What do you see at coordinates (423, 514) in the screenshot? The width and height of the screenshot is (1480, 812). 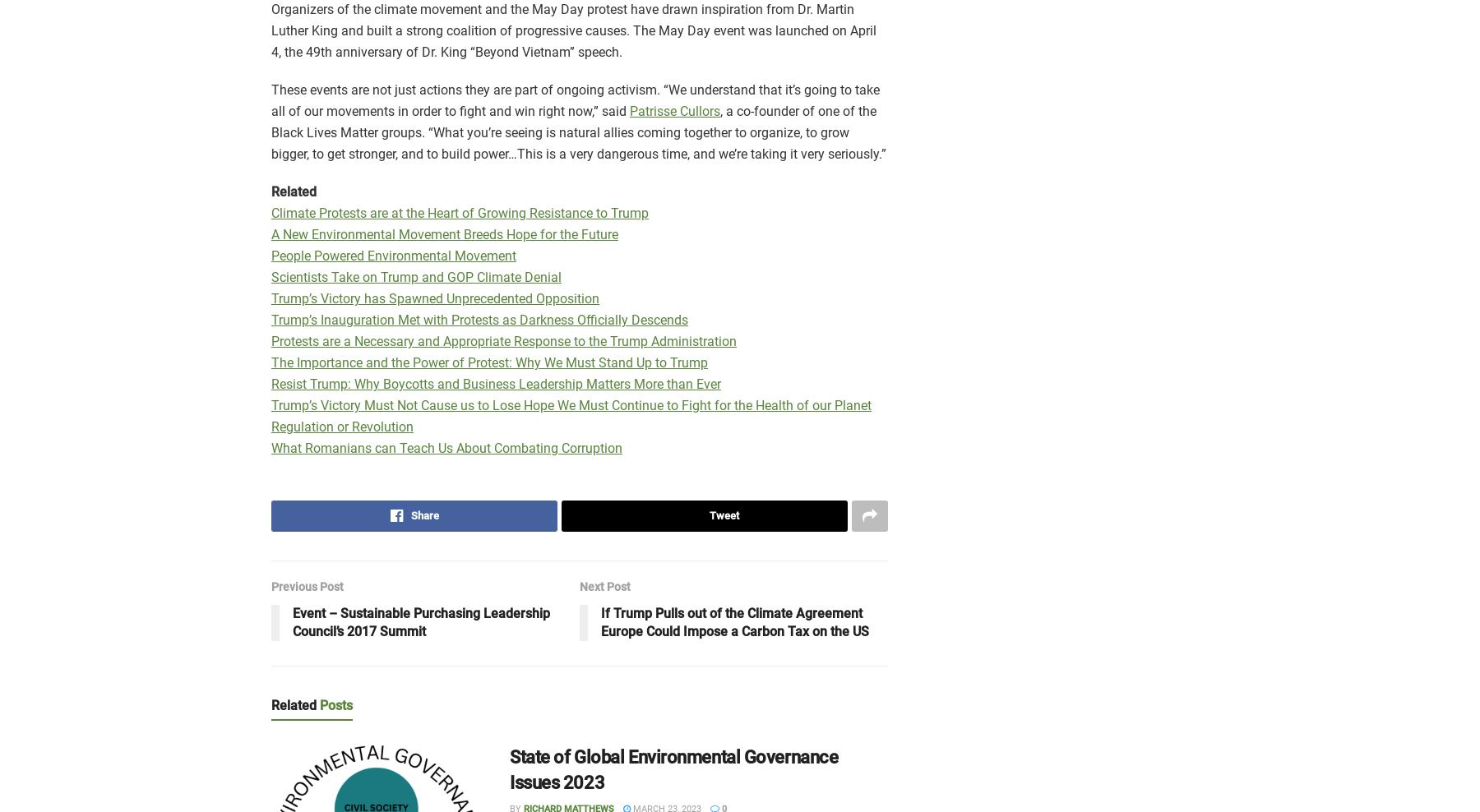 I see `'Share'` at bounding box center [423, 514].